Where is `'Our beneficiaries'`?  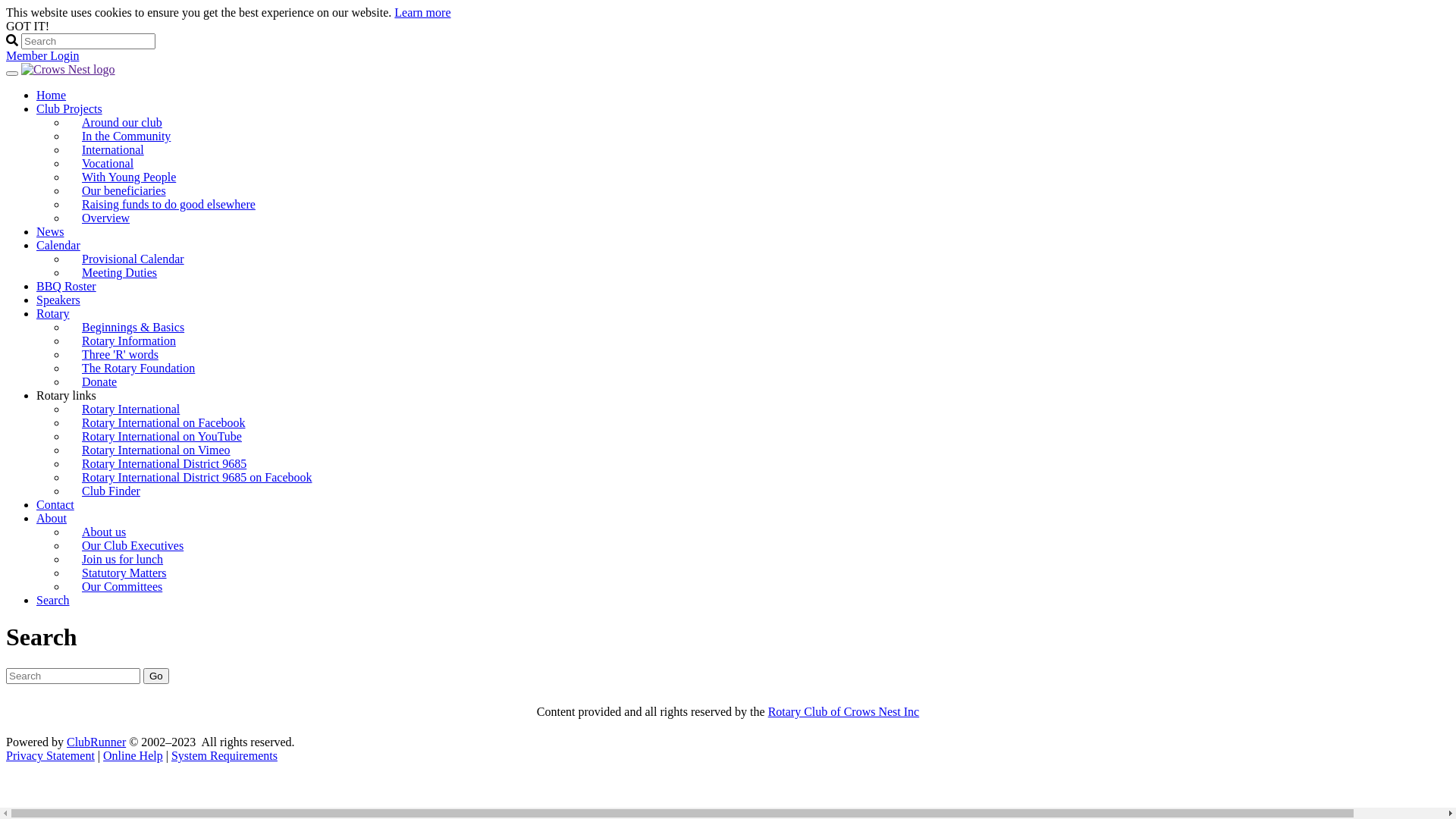 'Our beneficiaries' is located at coordinates (65, 190).